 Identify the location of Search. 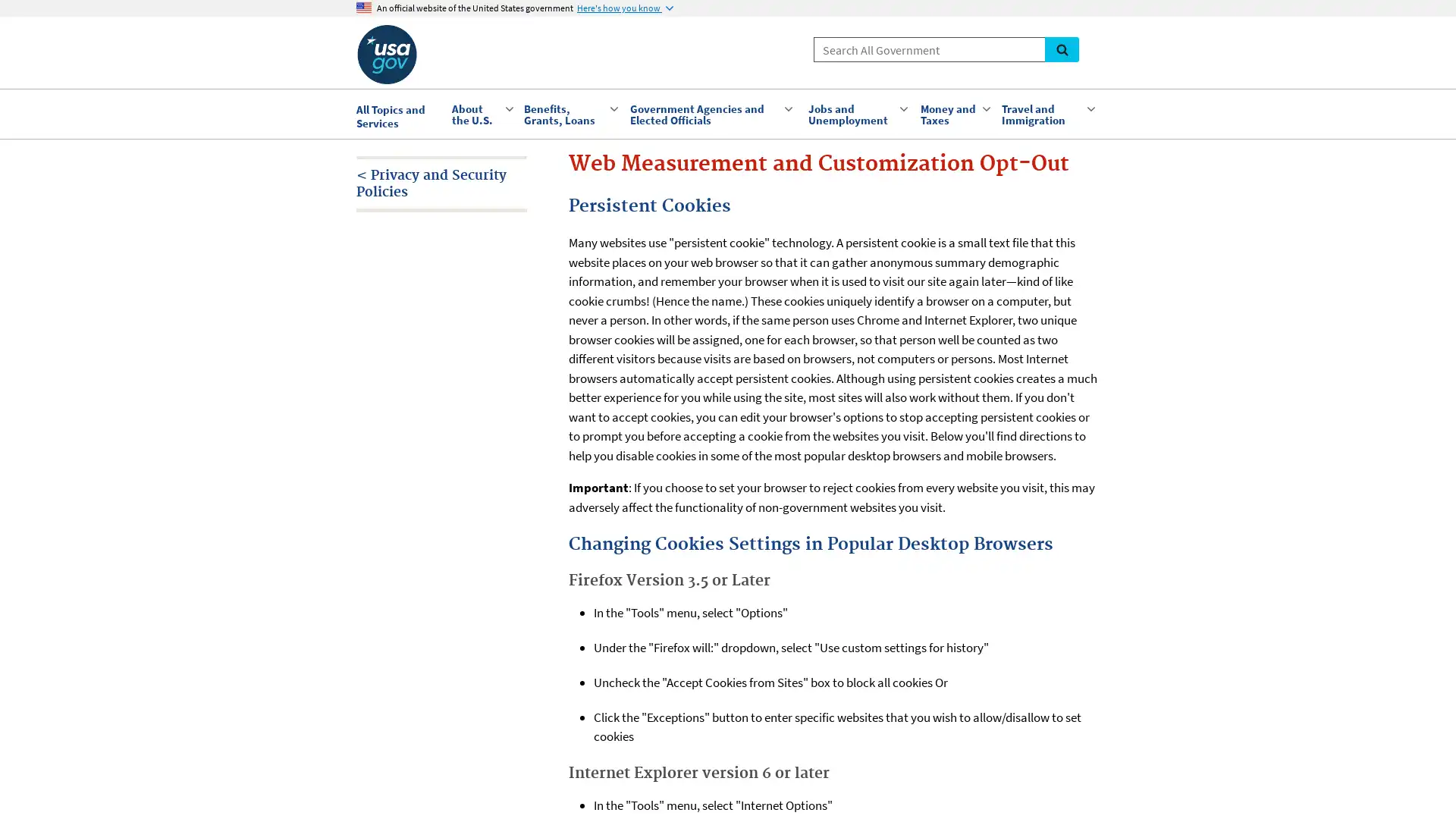
(1061, 49).